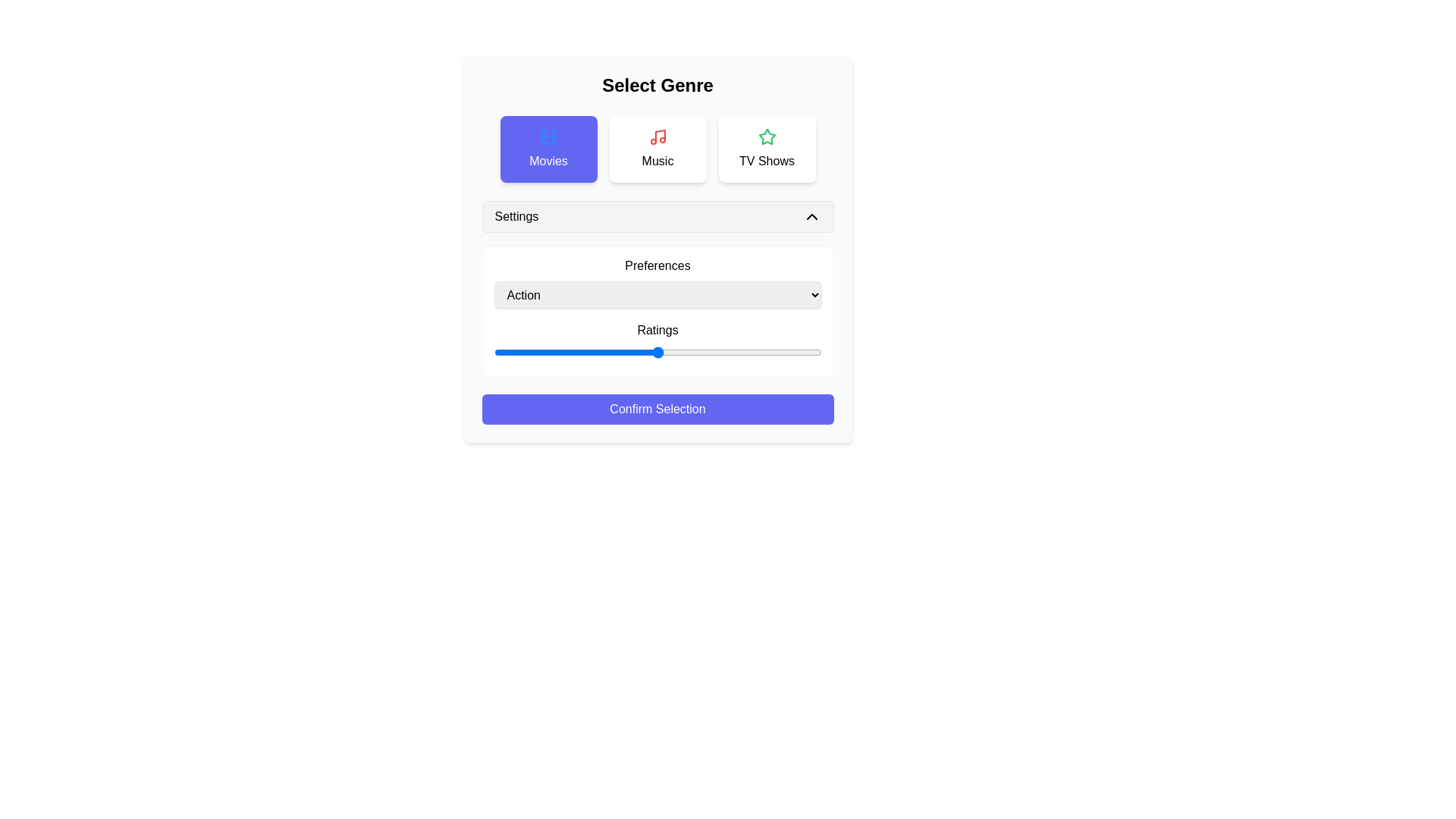 This screenshot has height=819, width=1456. Describe the element at coordinates (657, 137) in the screenshot. I see `the red music-note icon located inside the 'Music' button, which is positioned between the 'Movies' button and the 'TV Shows' button in the genre selection options` at that location.